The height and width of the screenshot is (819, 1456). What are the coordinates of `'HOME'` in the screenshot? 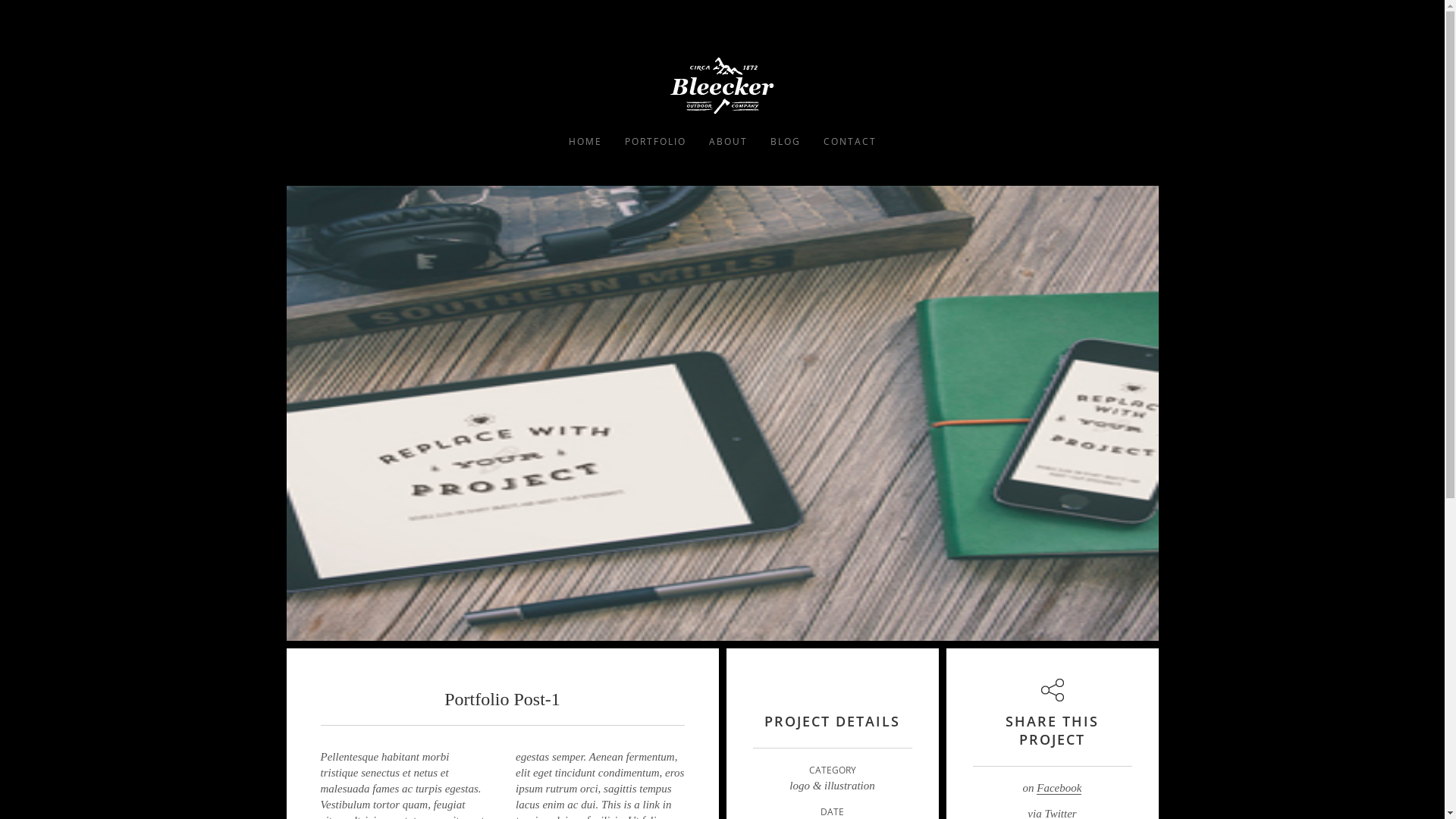 It's located at (584, 141).